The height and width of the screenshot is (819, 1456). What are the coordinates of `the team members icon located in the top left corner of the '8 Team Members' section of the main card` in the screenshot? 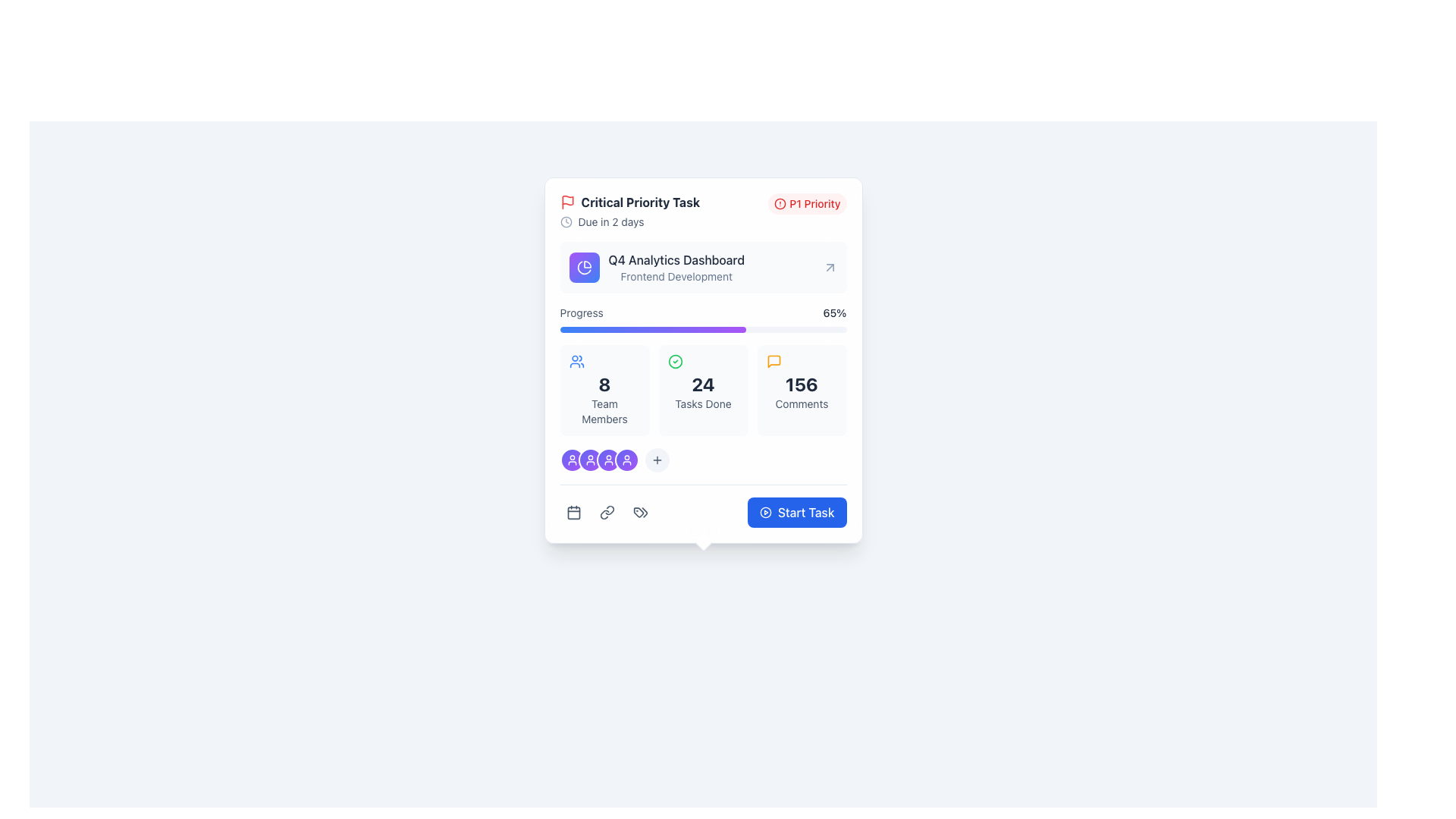 It's located at (576, 362).